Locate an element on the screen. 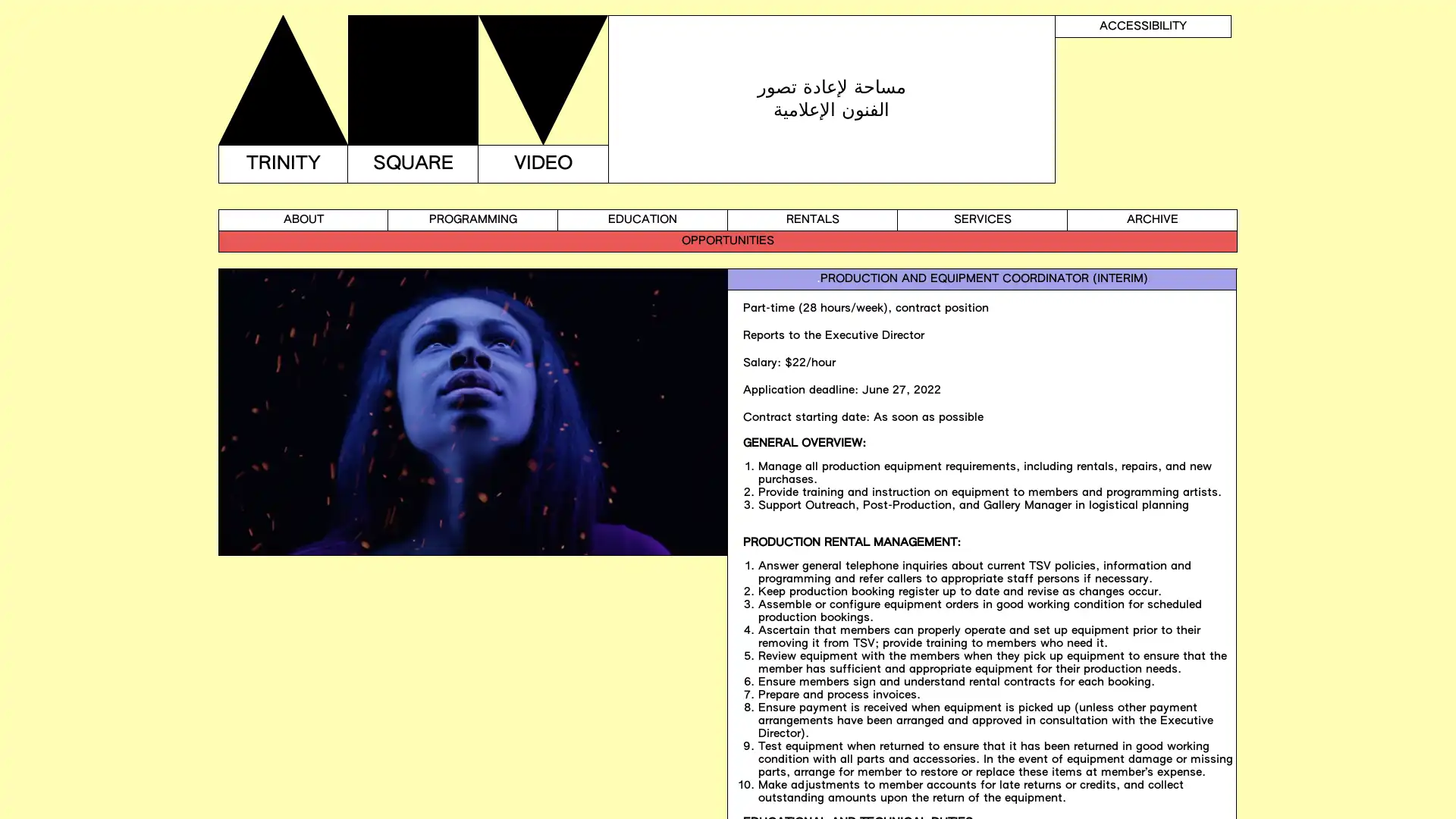 This screenshot has width=1456, height=819. Accessibility menu, here you can adjust font size or desaturate page is located at coordinates (1143, 26).